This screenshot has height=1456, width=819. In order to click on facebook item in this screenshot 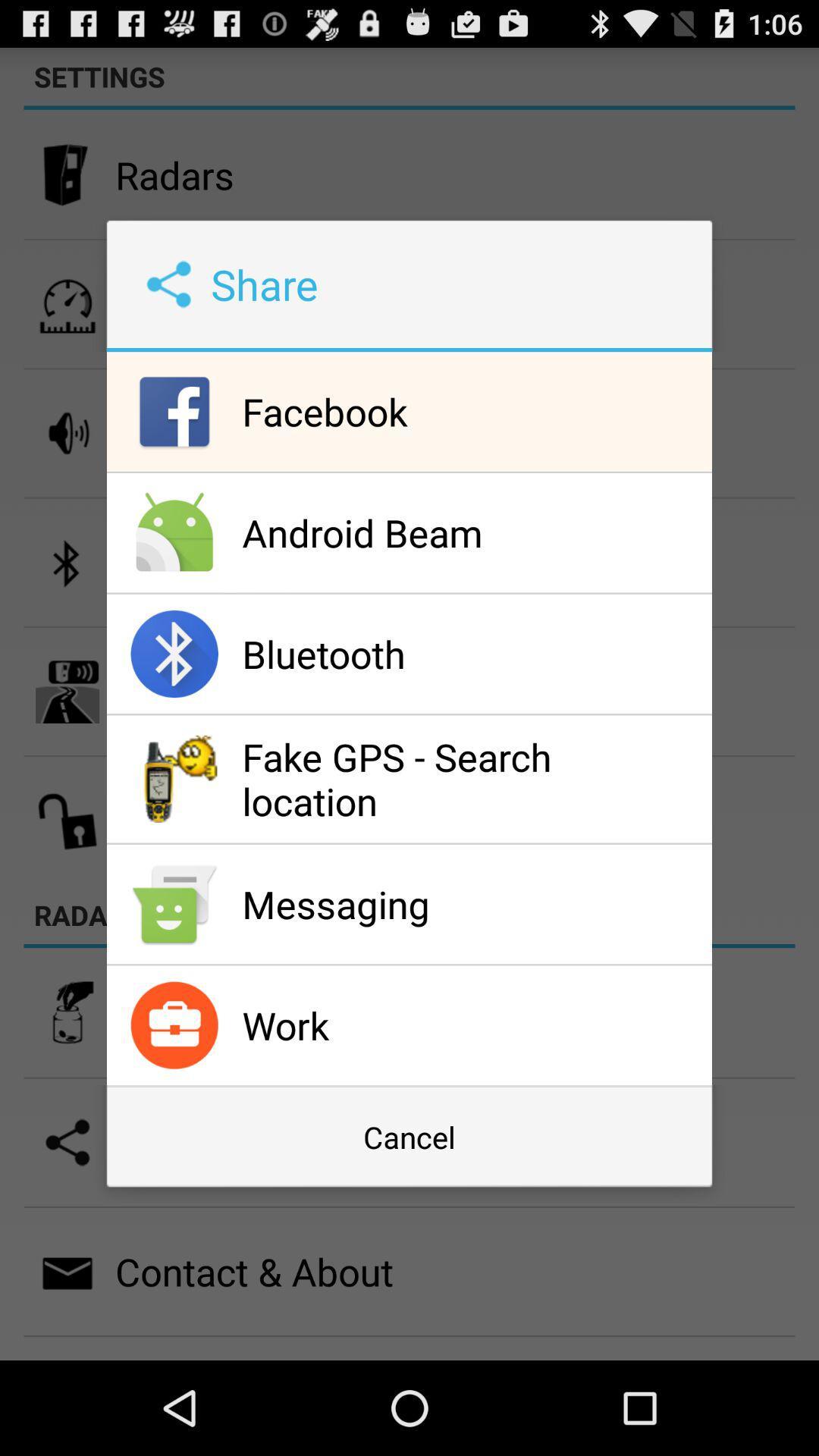, I will do `click(472, 411)`.